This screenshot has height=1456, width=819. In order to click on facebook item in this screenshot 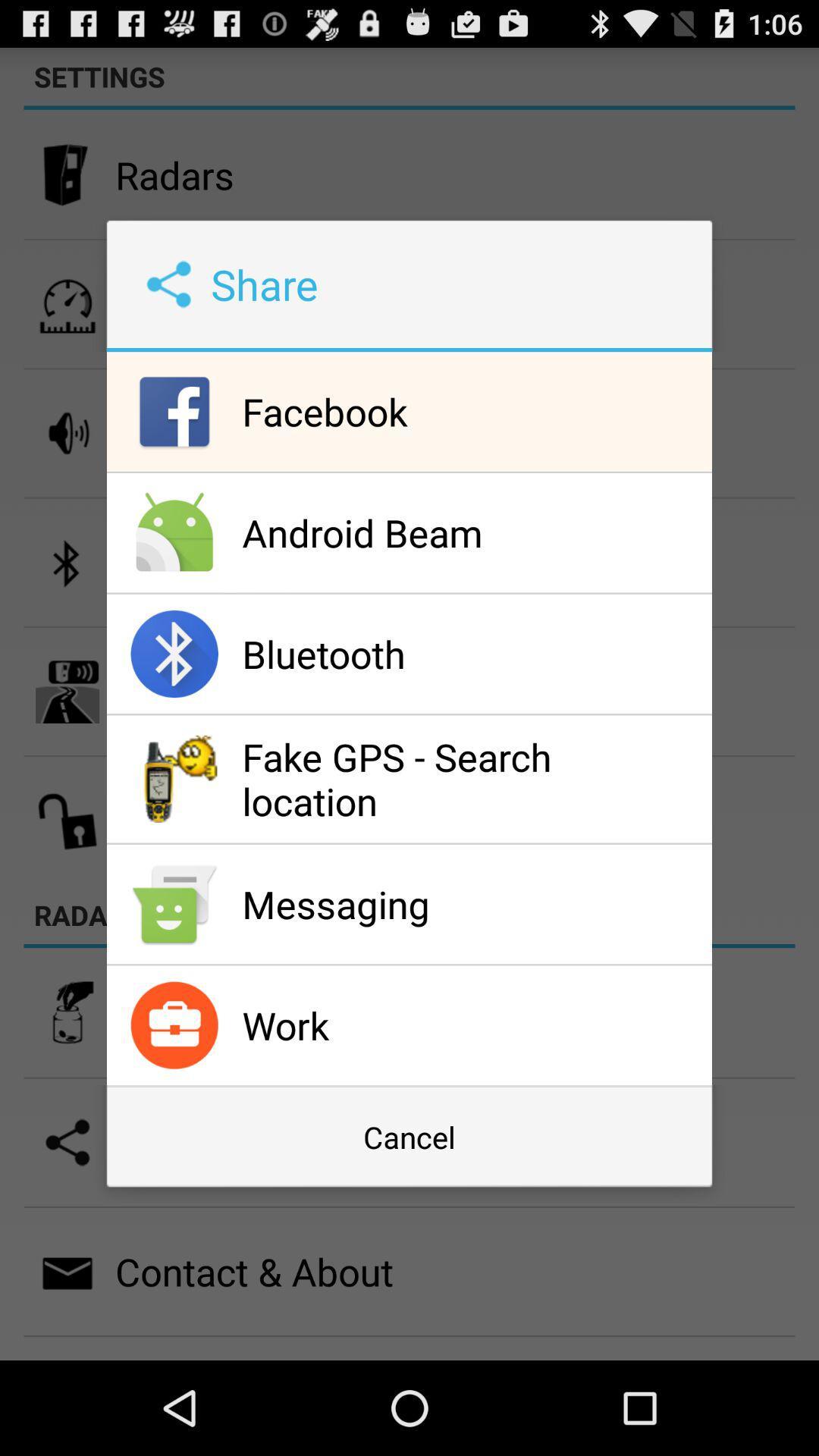, I will do `click(472, 411)`.